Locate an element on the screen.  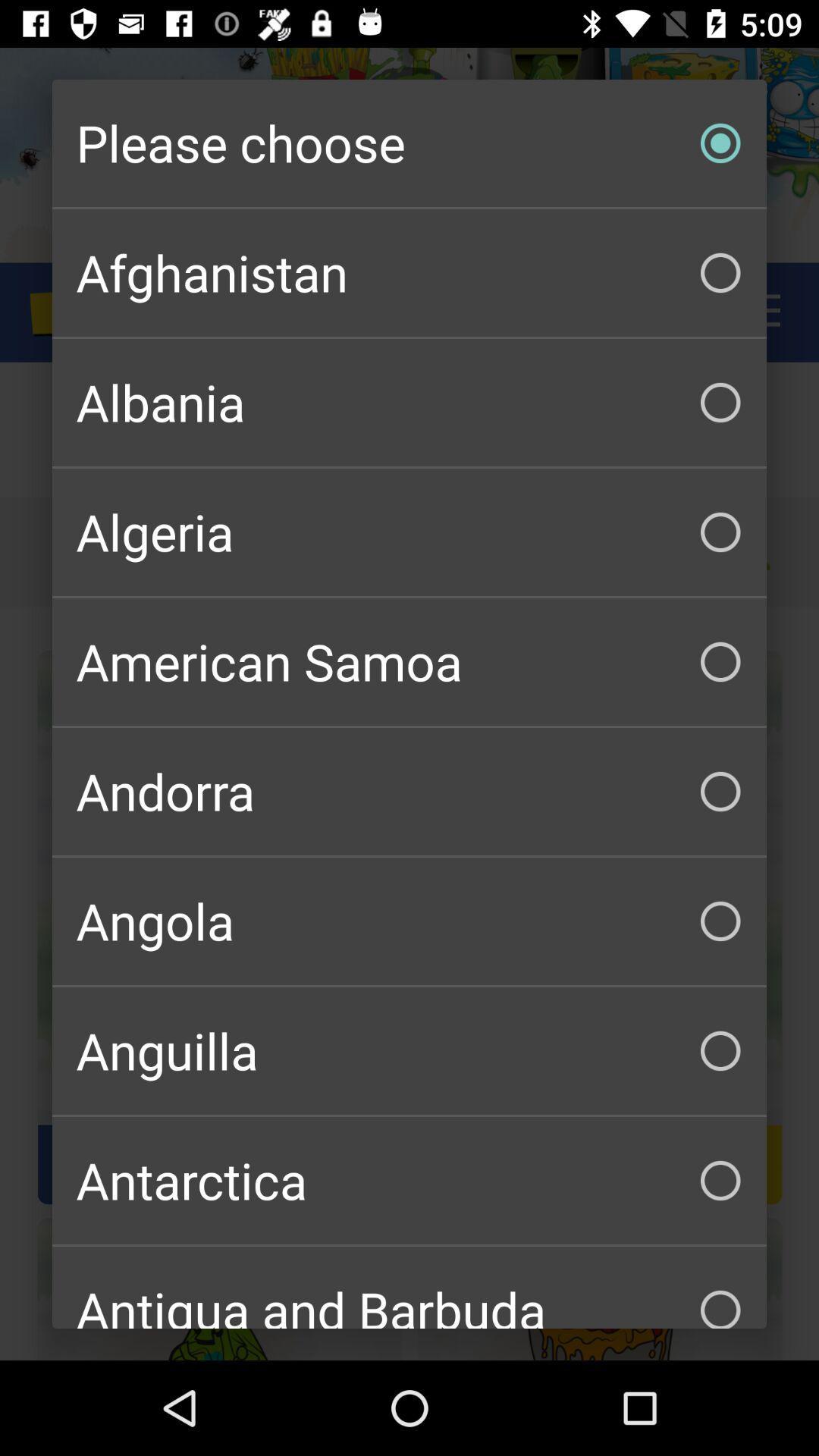
the afghanistan checkbox is located at coordinates (409, 273).